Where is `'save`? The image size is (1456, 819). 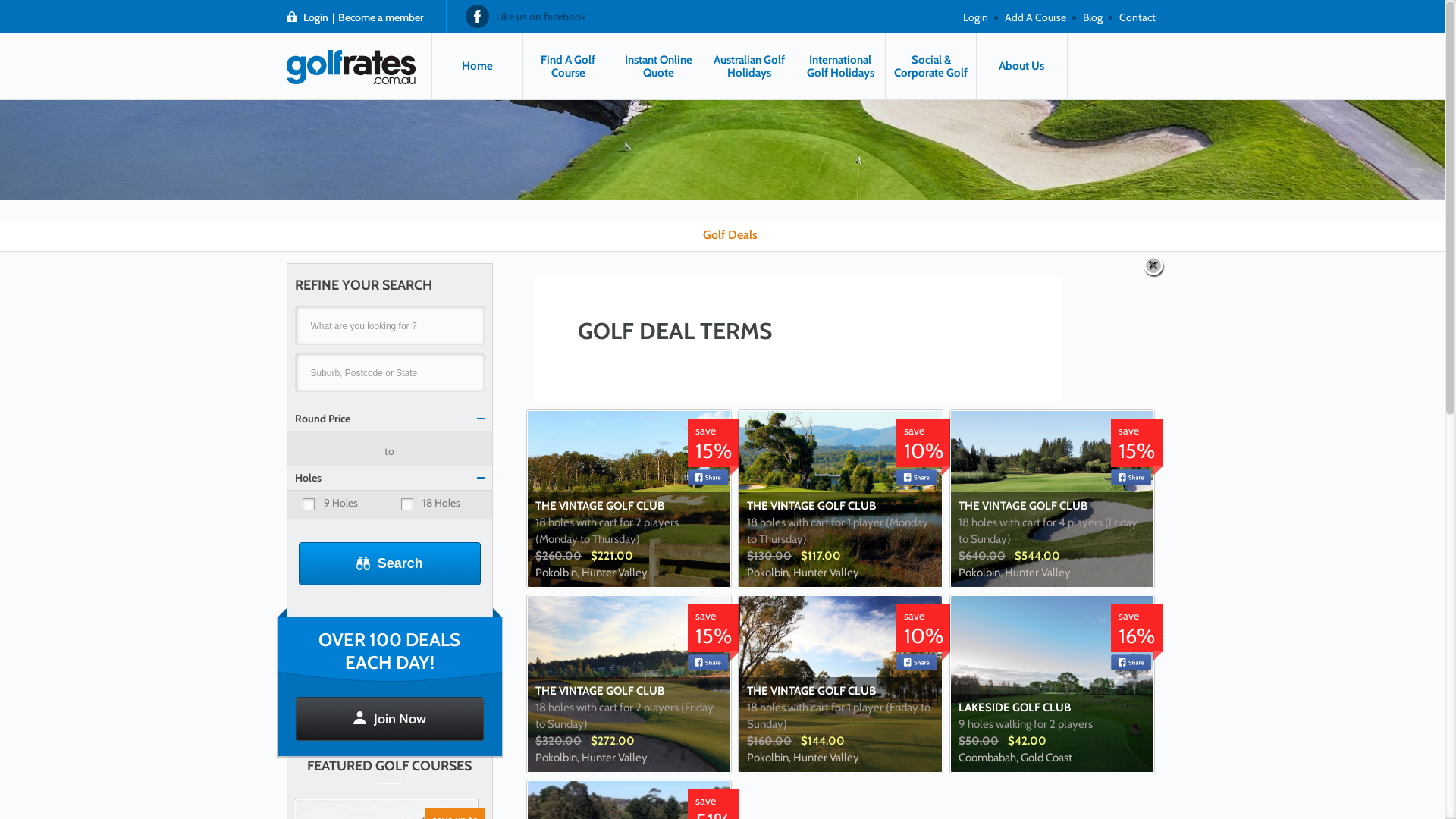 'save is located at coordinates (712, 632).